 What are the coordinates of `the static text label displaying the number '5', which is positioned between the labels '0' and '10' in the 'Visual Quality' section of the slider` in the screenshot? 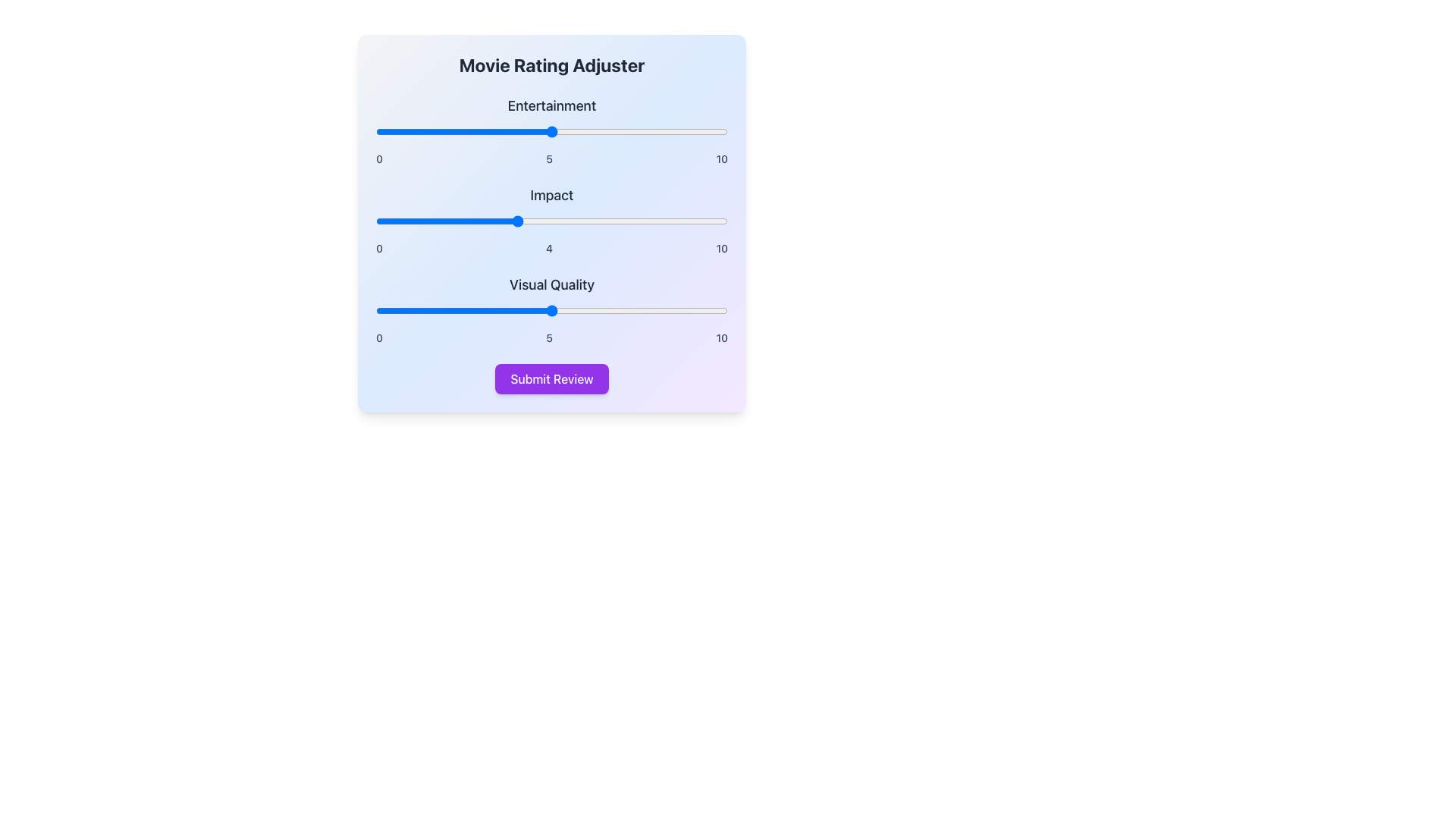 It's located at (548, 158).